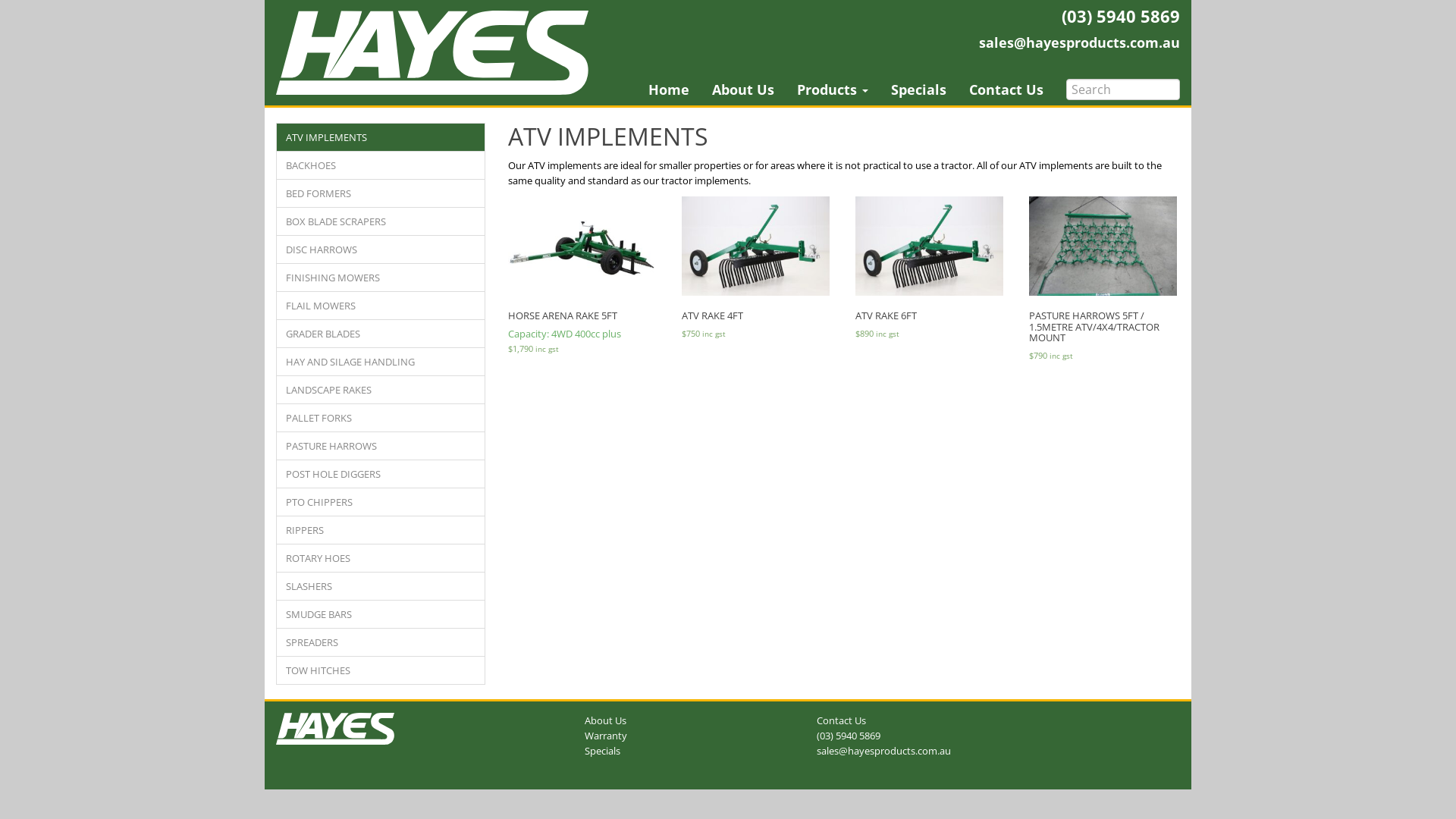 This screenshot has width=1456, height=819. I want to click on 'HORSE ARENA RAKE 5FT, so click(508, 277).